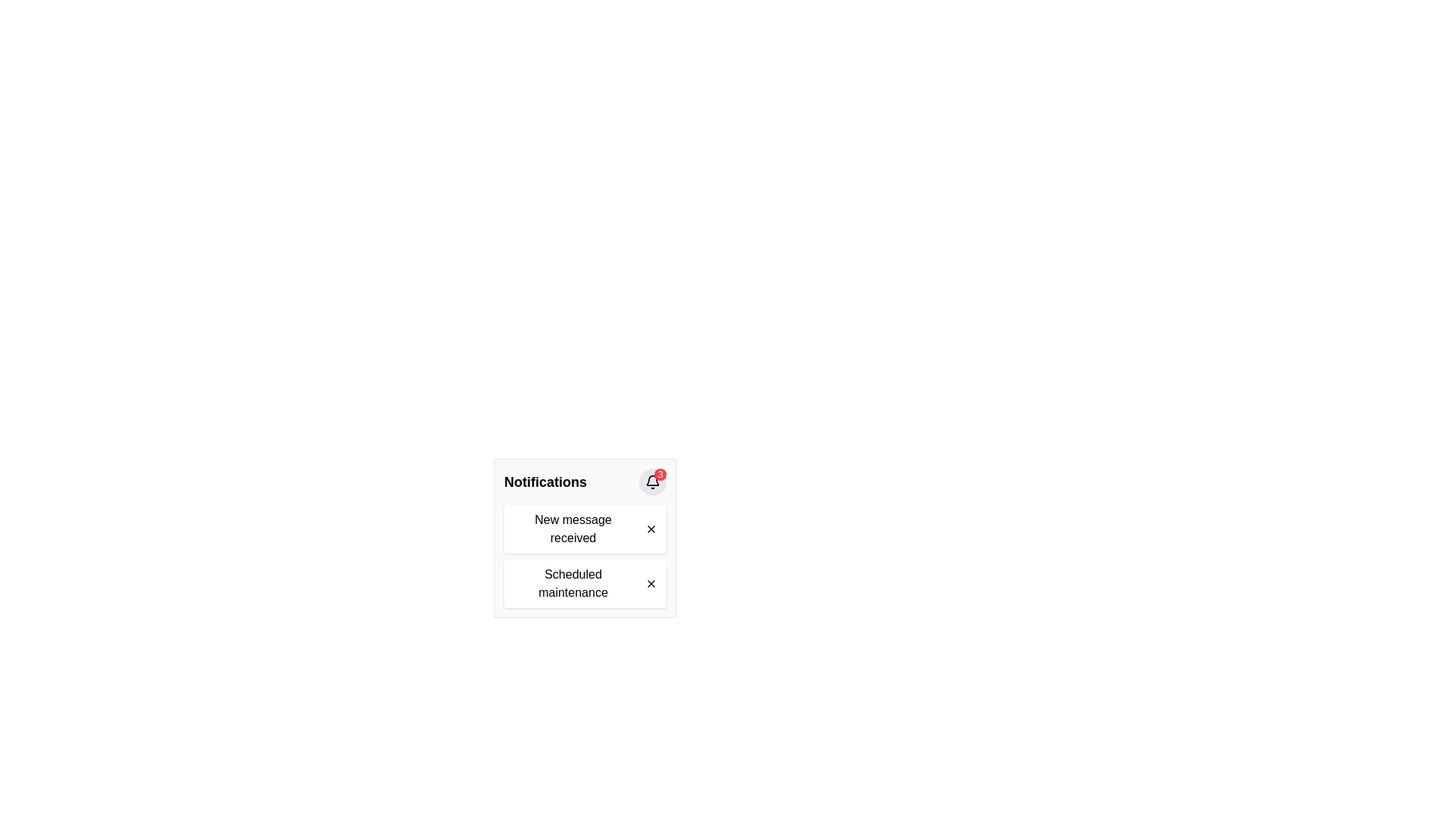 Image resolution: width=1456 pixels, height=819 pixels. Describe the element at coordinates (660, 473) in the screenshot. I see `the red circular notification badge displaying the numeral '3' located at the top-right corner of the bell icon button` at that location.